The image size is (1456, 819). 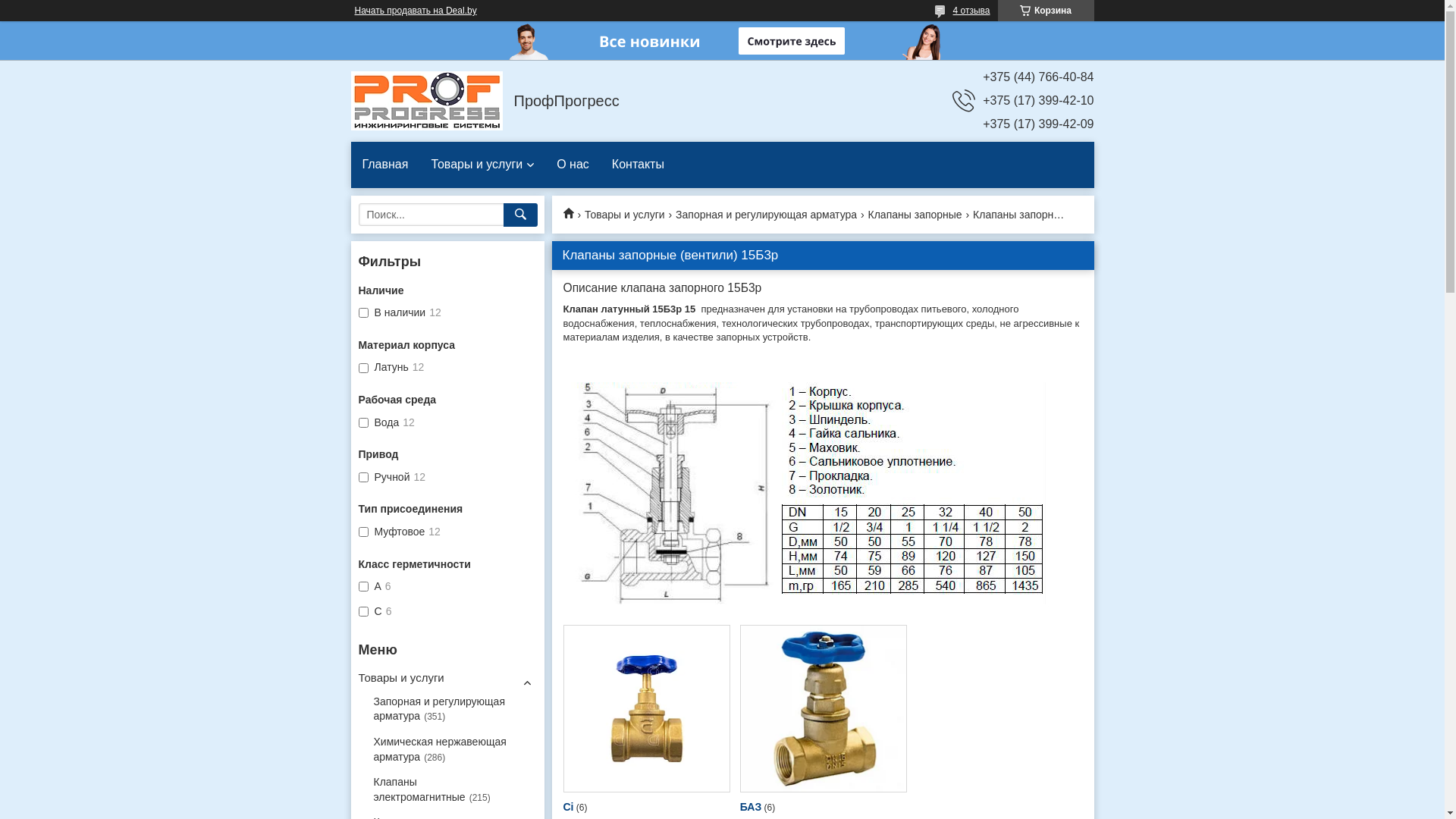 What do you see at coordinates (646, 708) in the screenshot?
I see `'Ci'` at bounding box center [646, 708].